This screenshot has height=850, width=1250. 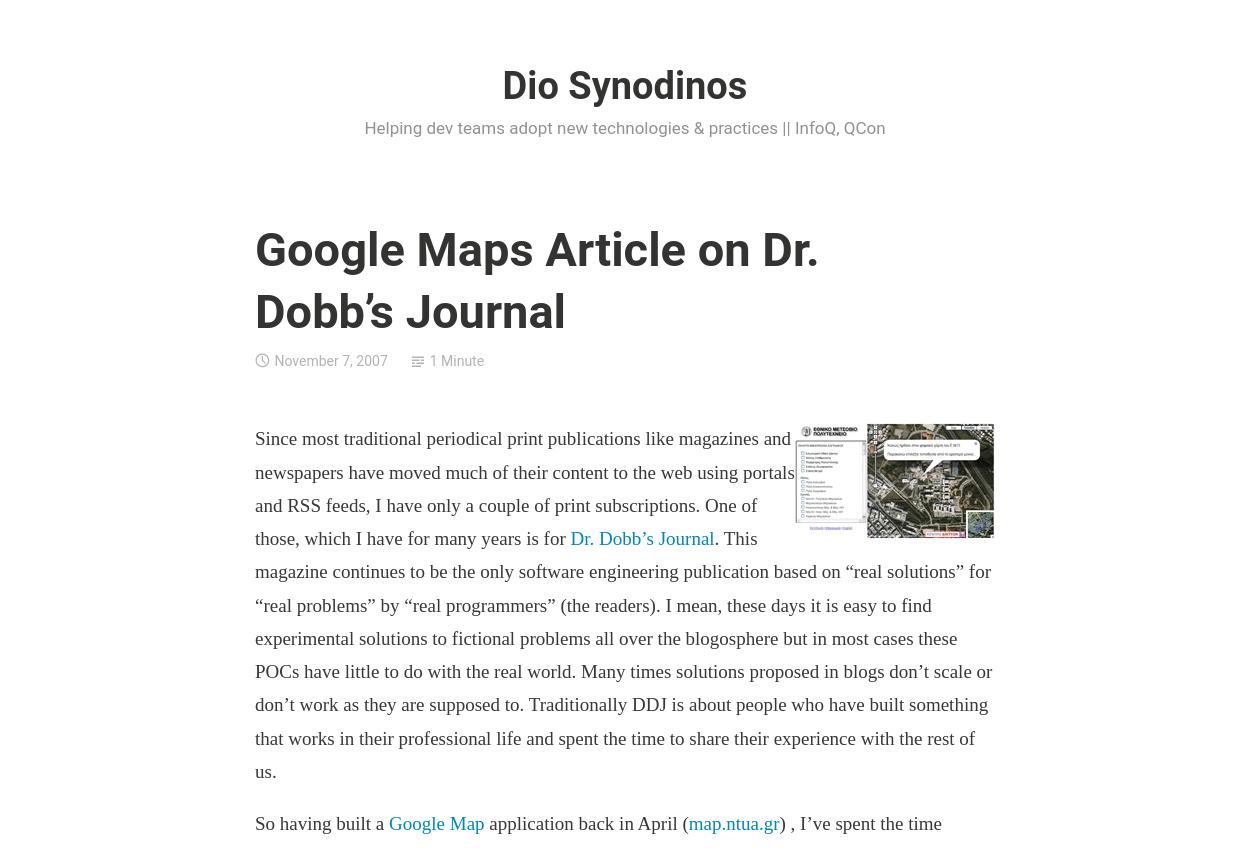 I want to click on 'Since most traditional periodical print publications like magazines and newspapers have moved much of their content to the web using portals and RSS feeds, I have only a couple of print subscriptions. One of those, which I have for many years is for', so click(x=524, y=488).